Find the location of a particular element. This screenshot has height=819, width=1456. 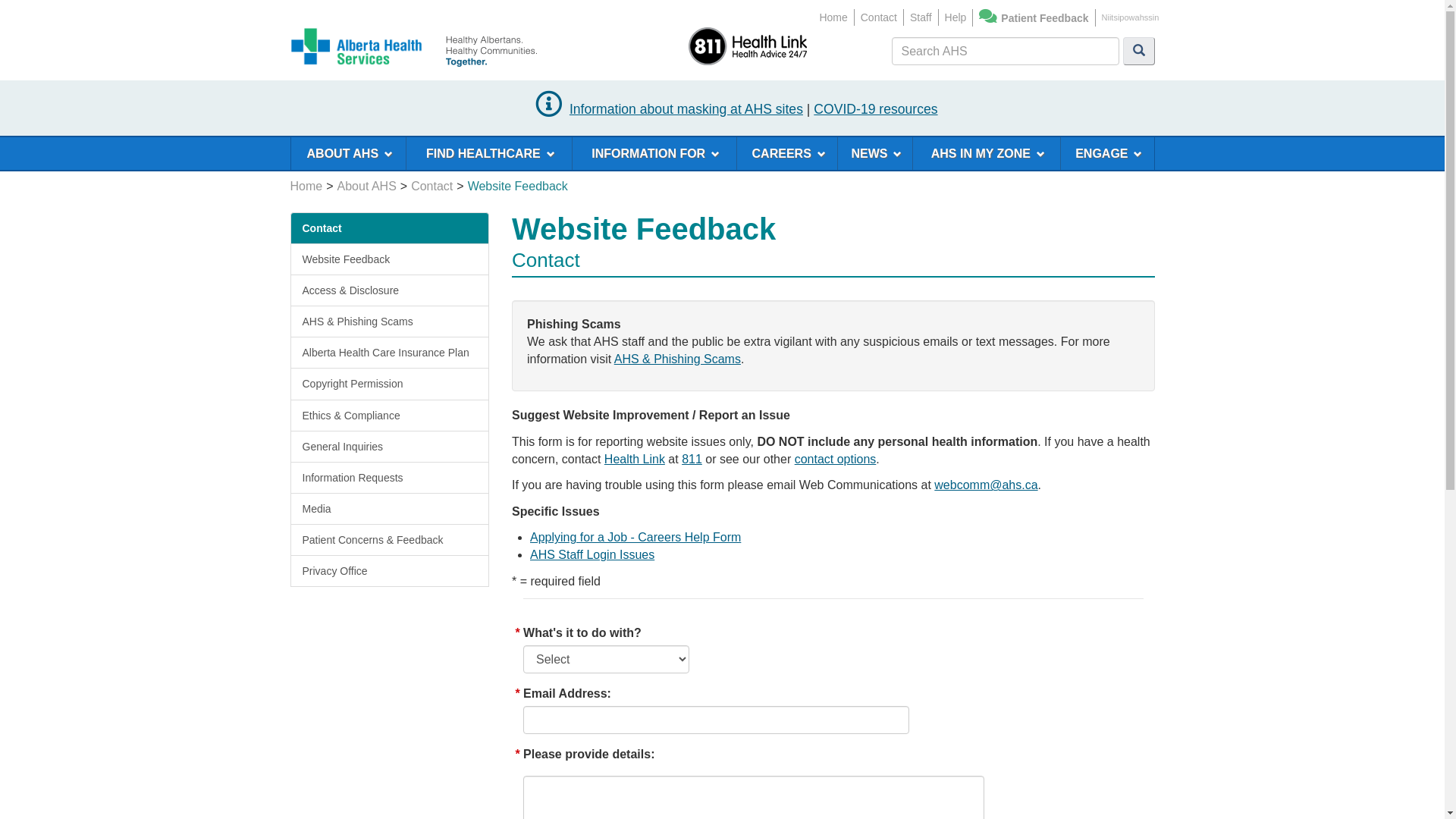

'Patient Concerns & Feedback' is located at coordinates (389, 539).